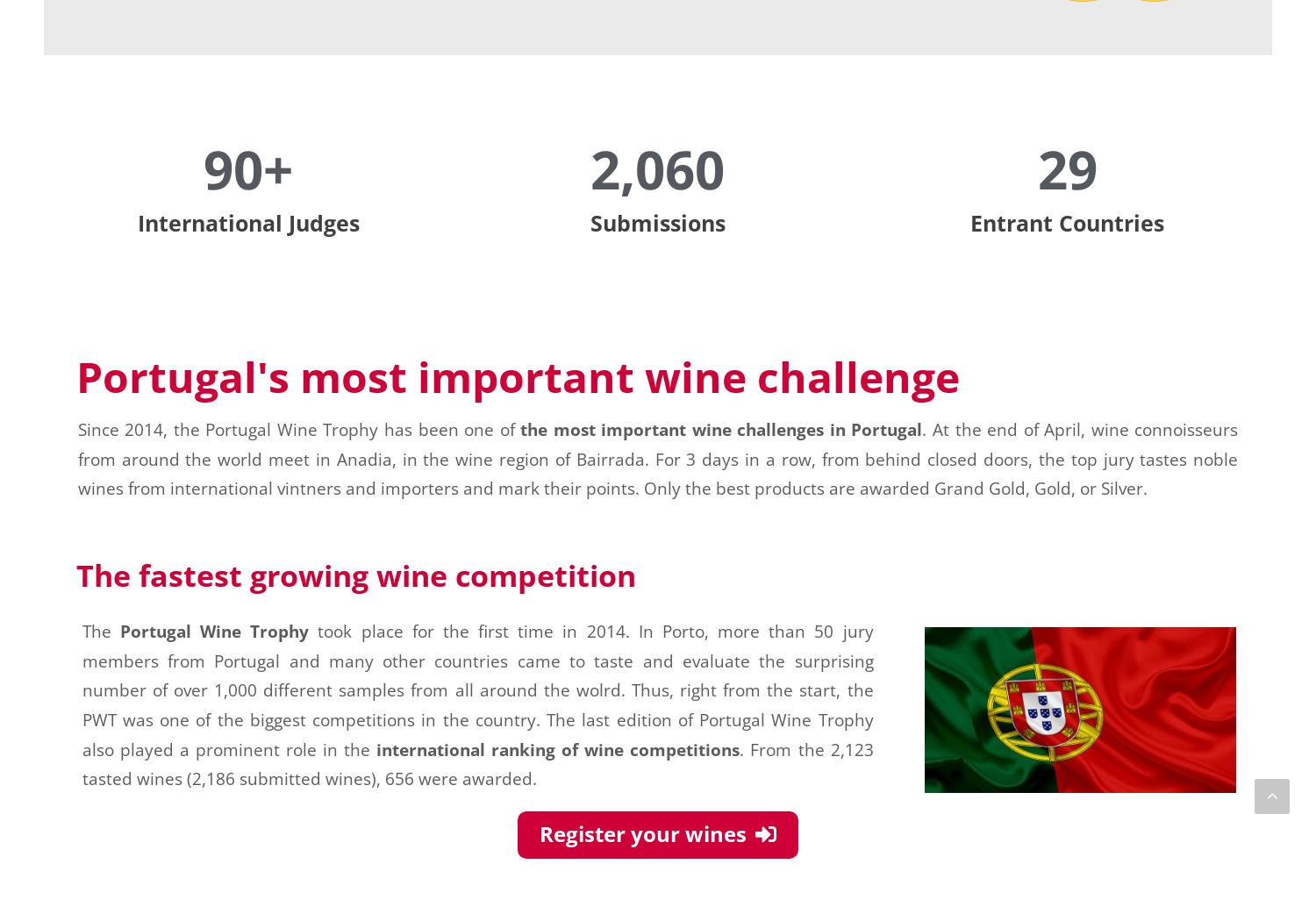  Describe the element at coordinates (81, 689) in the screenshot. I see `'took place for the first time in 2014. In Porto, more than 50 jury members from Portugal and many other countries came to taste and evaluate the surprising number of over 1,000 different samples from all around the wolrd. Thus, right from the start, the PWT was one of the biggest competitions in the country. The last edition of Portugal Wine Trophy also played a prominent role in the'` at that location.